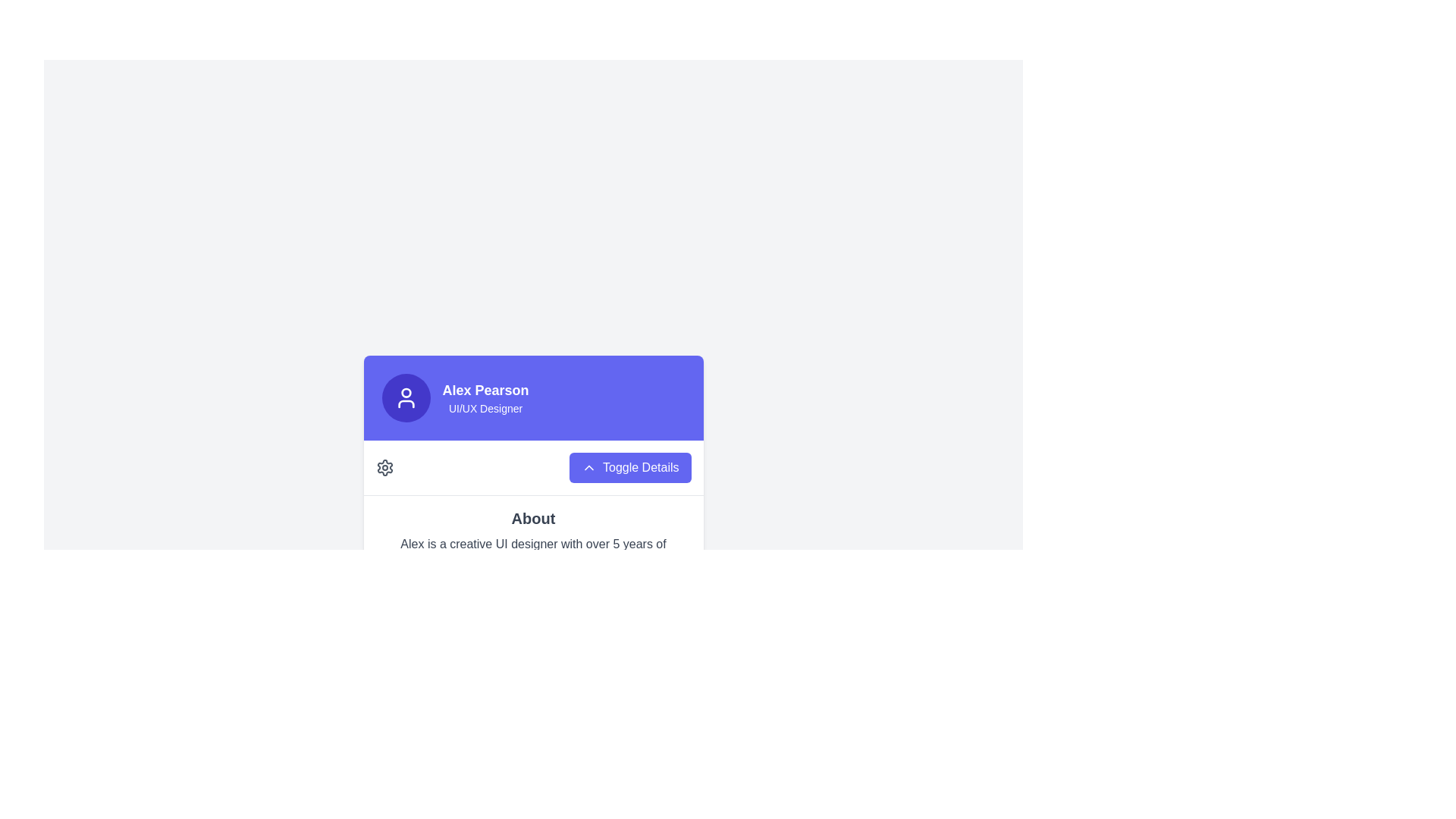  I want to click on the text block element displaying 'Alex Pearson' and 'UI/UX Designer' within the blue rectangular area, located to the right of the circular icon, so click(485, 397).